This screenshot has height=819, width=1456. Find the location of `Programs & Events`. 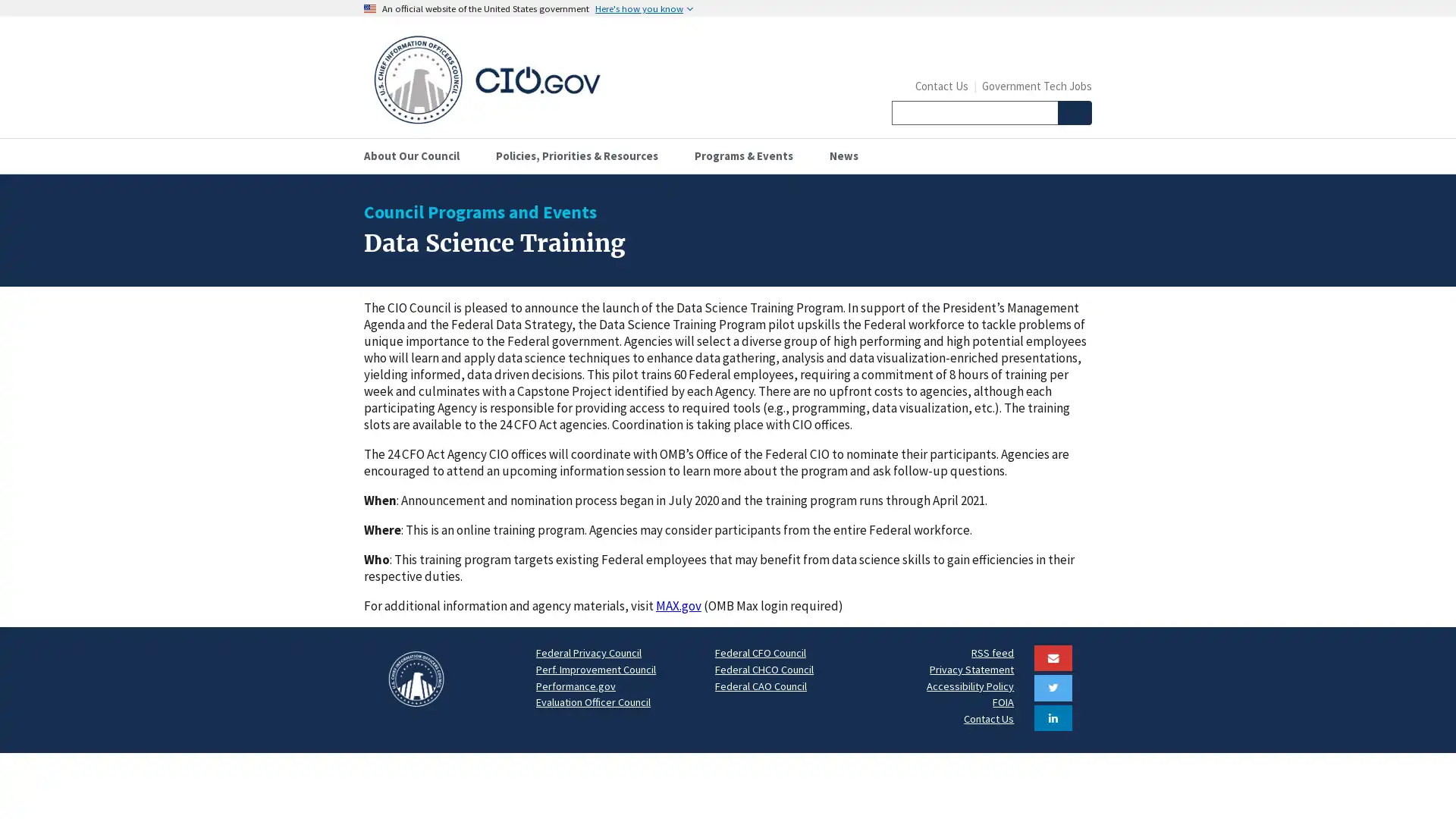

Programs & Events is located at coordinates (749, 155).